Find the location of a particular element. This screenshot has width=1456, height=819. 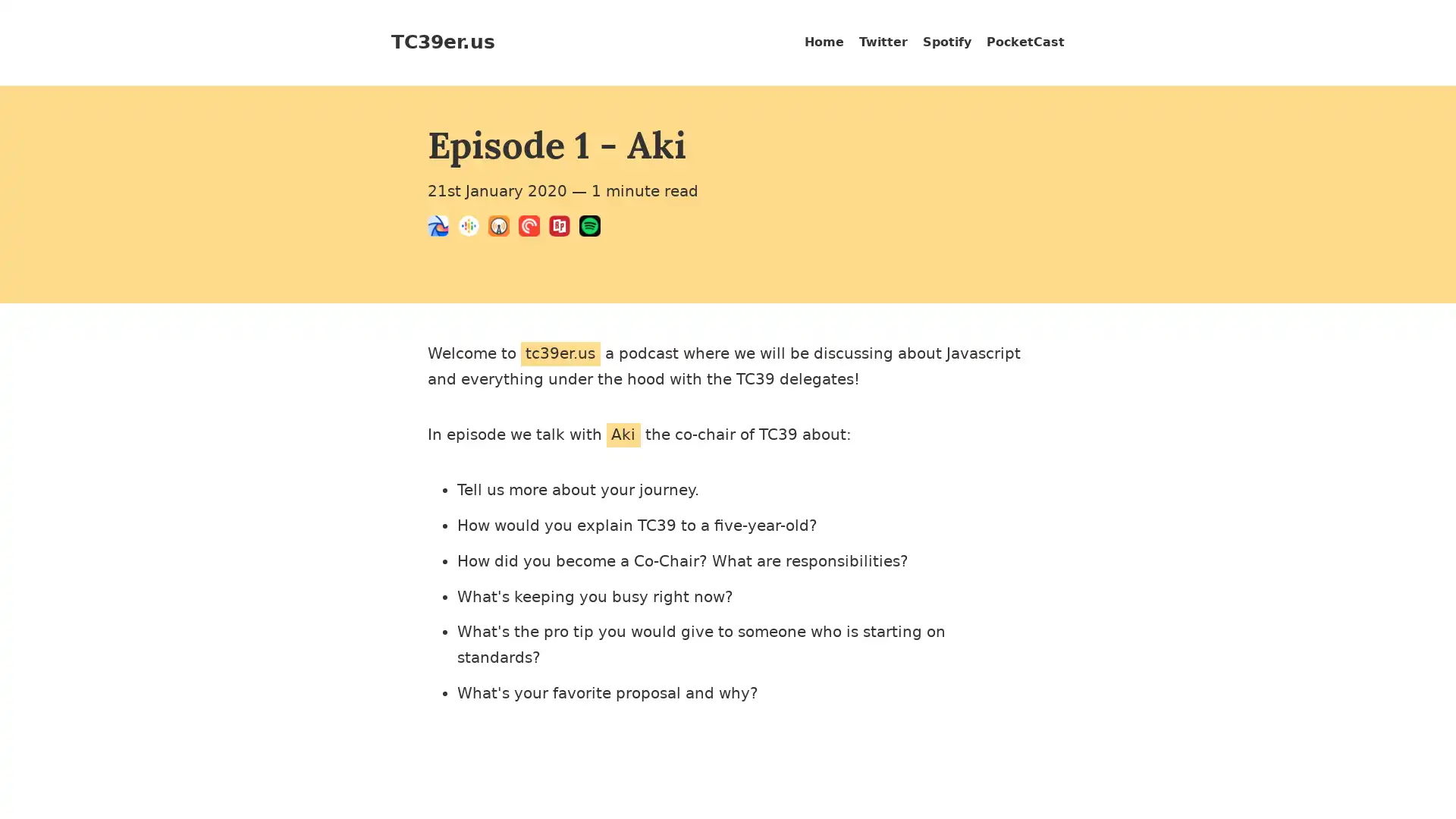

Overcast Logo is located at coordinates (503, 228).